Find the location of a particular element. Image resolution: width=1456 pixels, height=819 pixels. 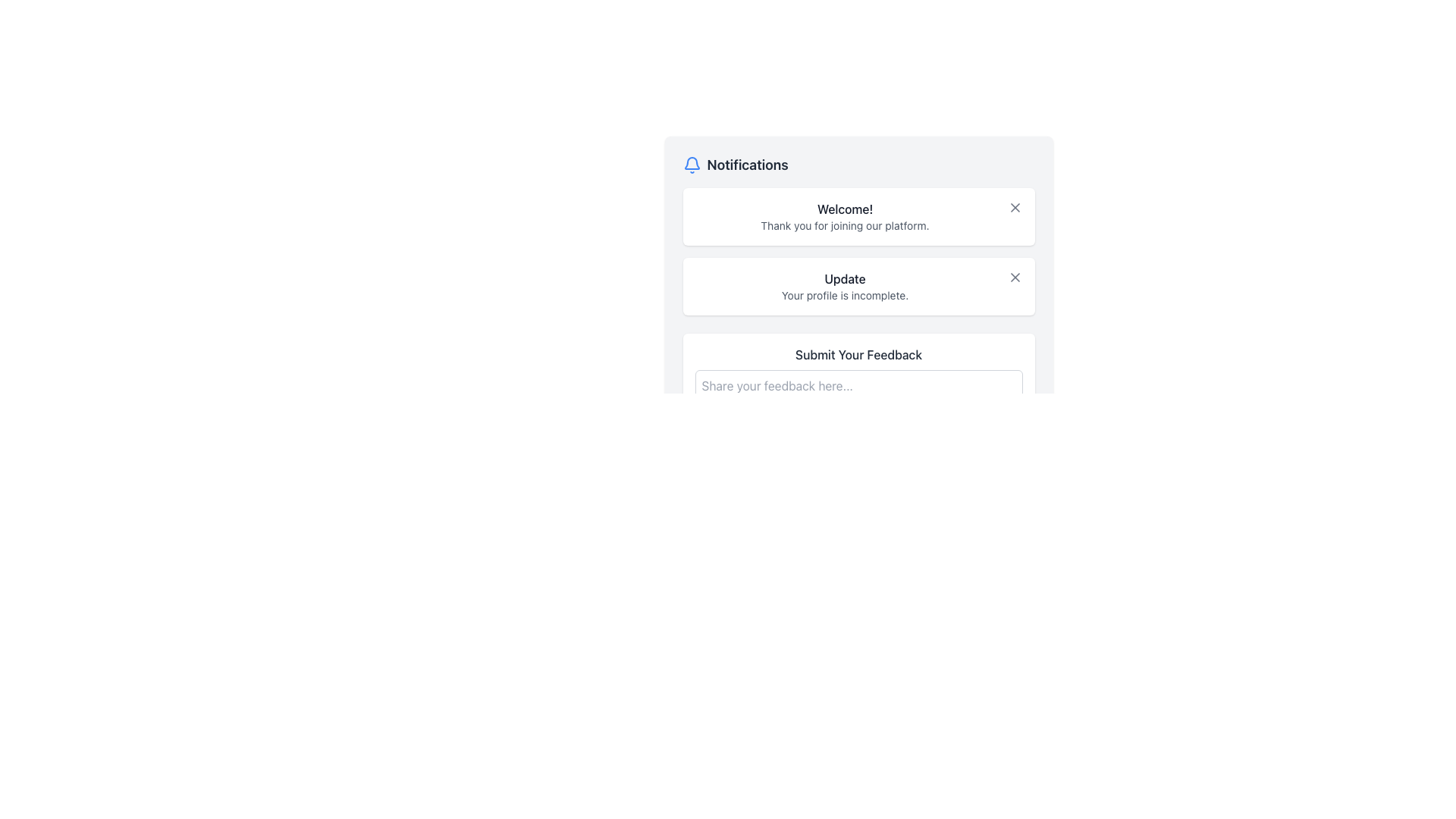

the Close (Dismiss) Button located at the top-right corner of the 'Welcome!' notification card is located at coordinates (1015, 207).